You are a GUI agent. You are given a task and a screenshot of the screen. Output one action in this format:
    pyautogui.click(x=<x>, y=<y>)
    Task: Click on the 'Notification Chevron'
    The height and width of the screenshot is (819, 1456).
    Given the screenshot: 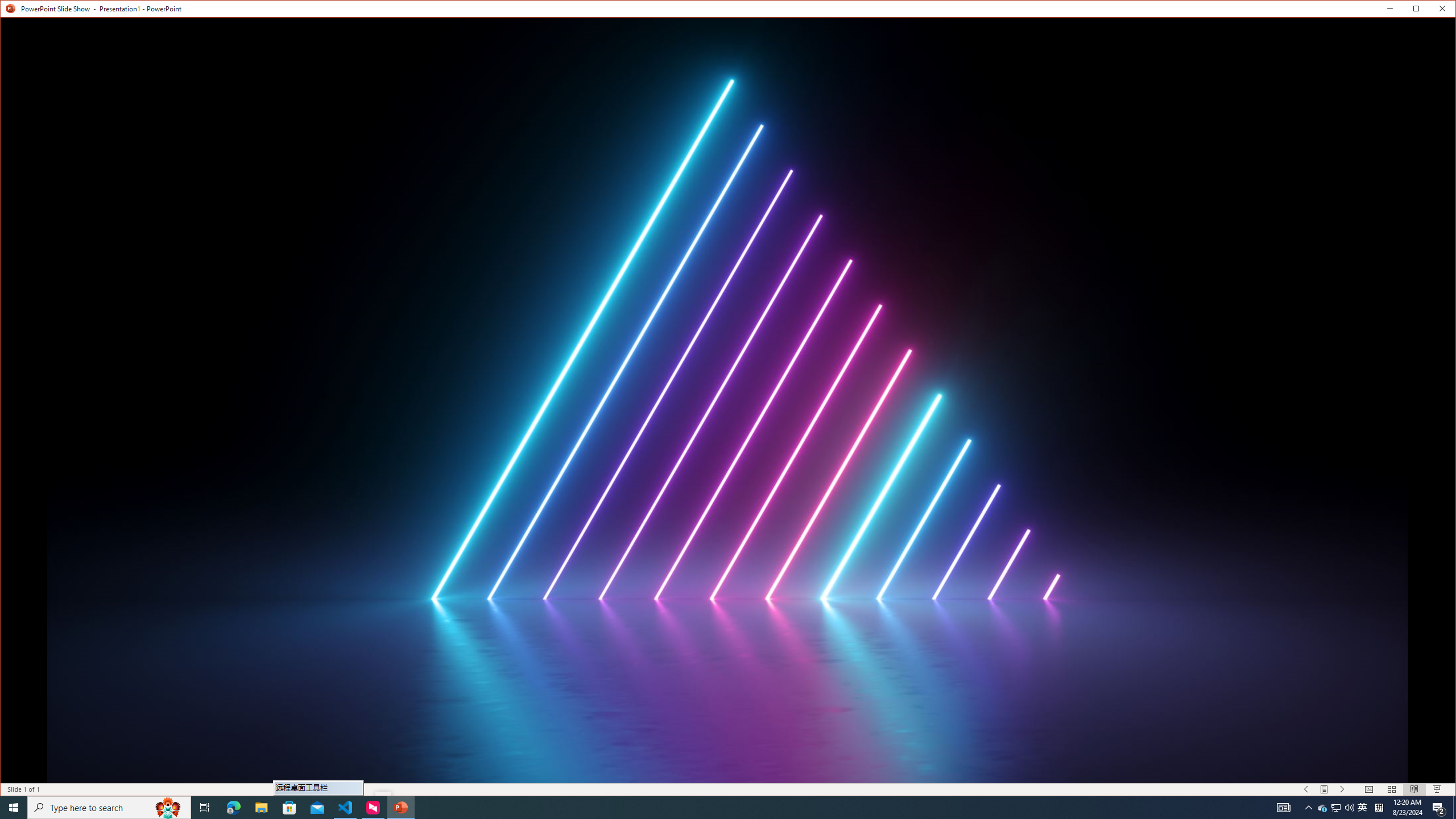 What is the action you would take?
    pyautogui.click(x=1308, y=806)
    